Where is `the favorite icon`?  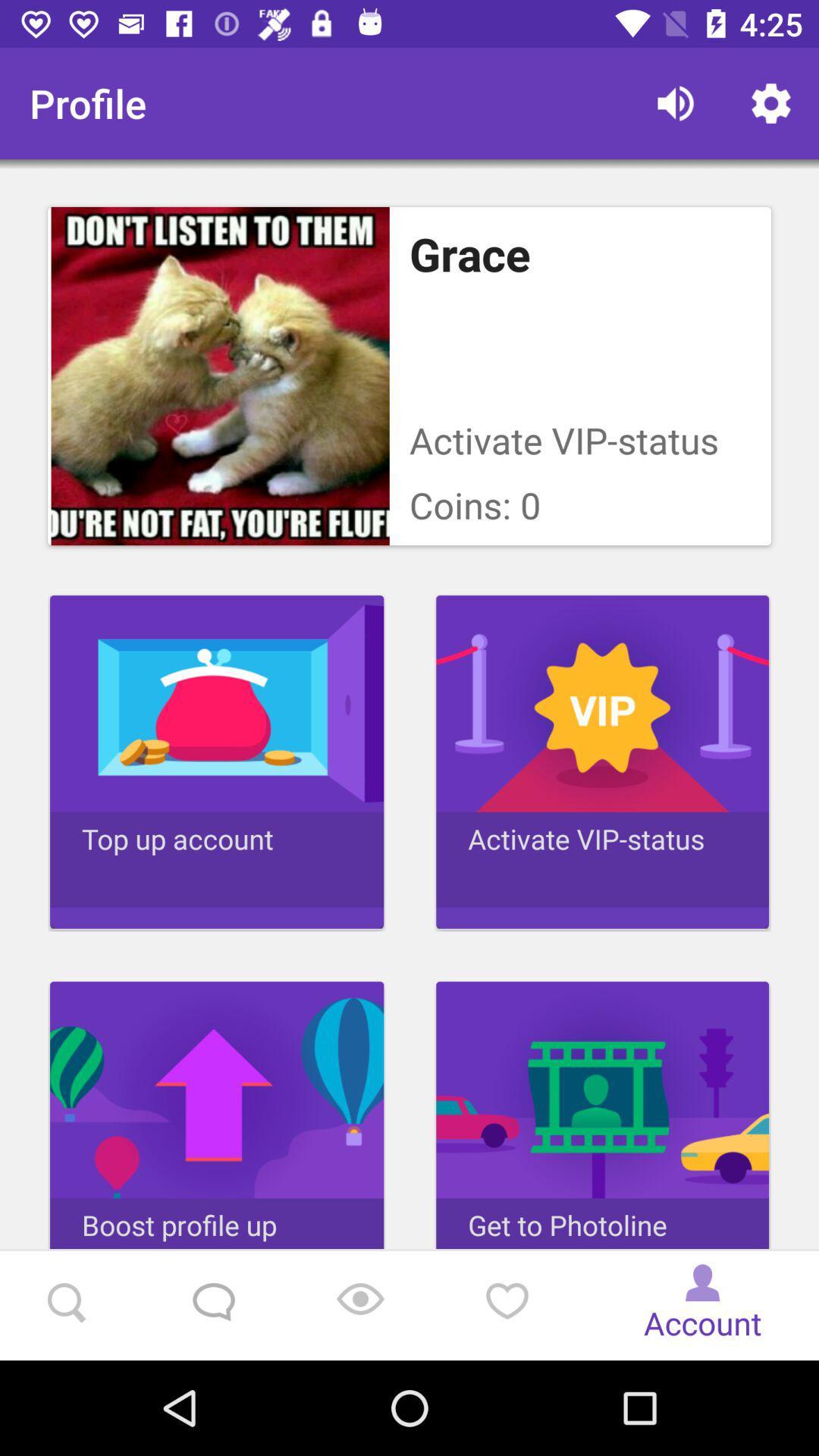
the favorite icon is located at coordinates (507, 1305).